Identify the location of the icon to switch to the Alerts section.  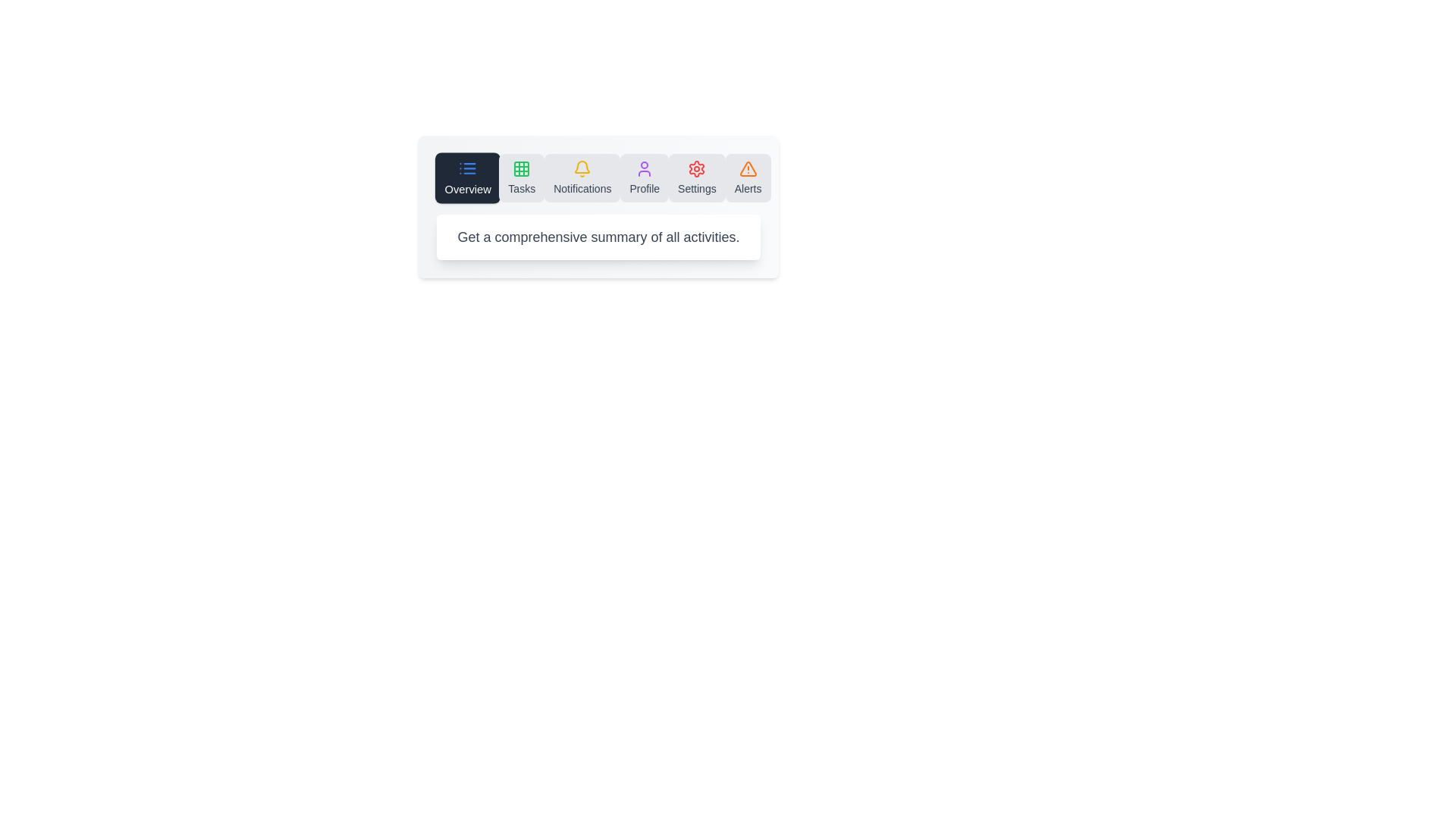
(747, 177).